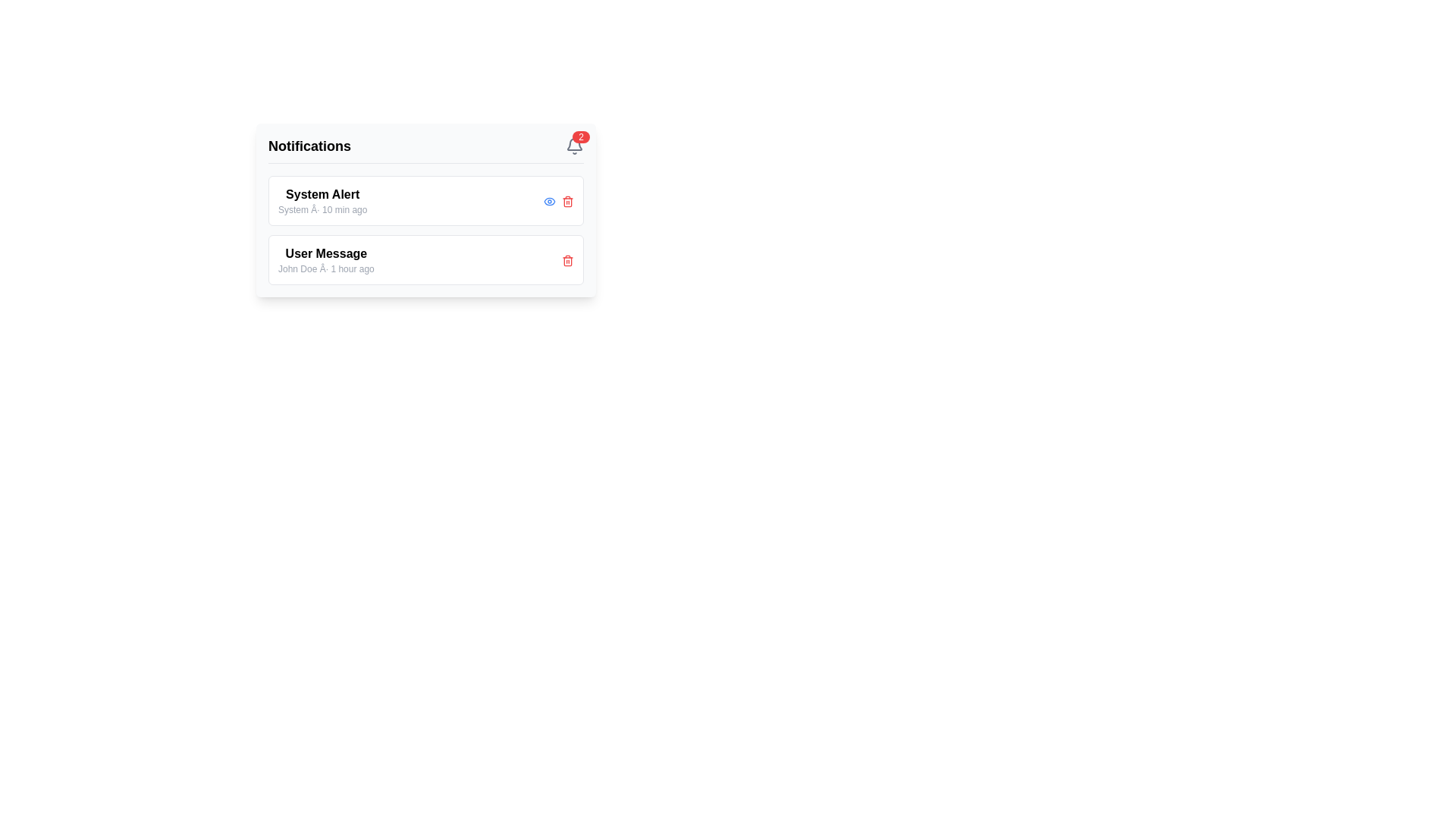 This screenshot has height=819, width=1456. What do you see at coordinates (548, 200) in the screenshot?
I see `the blue circular eye icon-button in the action bar of the first notification entry` at bounding box center [548, 200].